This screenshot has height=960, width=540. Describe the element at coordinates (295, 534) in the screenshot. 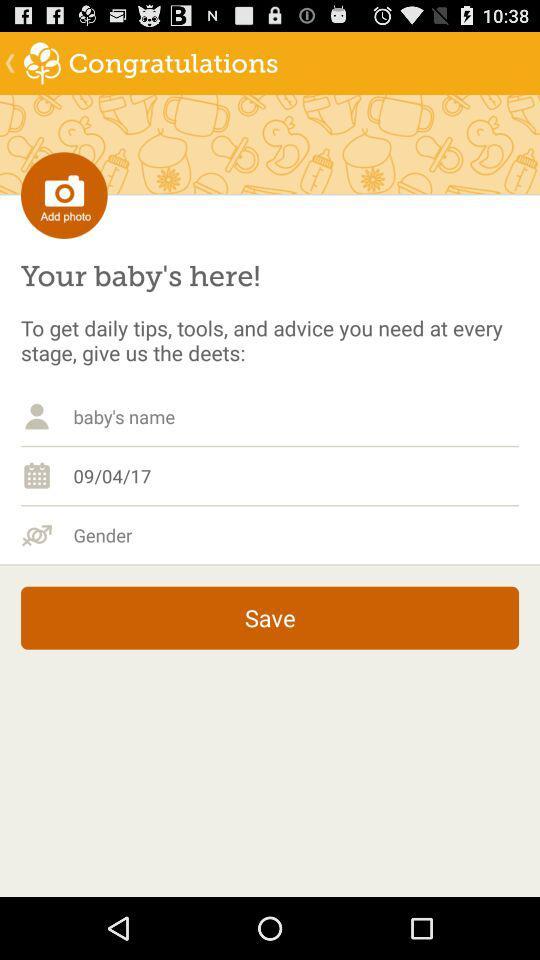

I see `gender` at that location.